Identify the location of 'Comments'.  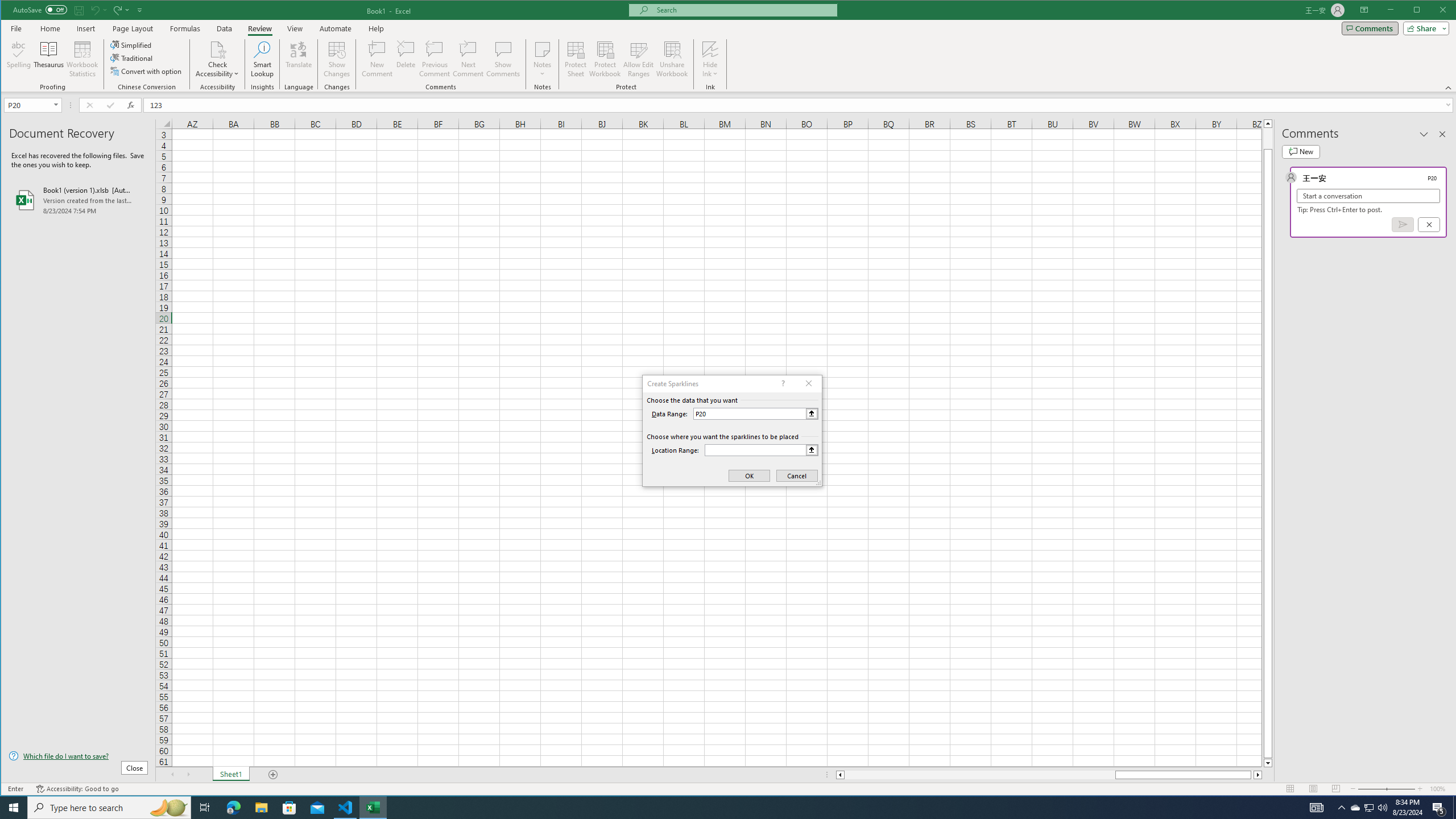
(1370, 28).